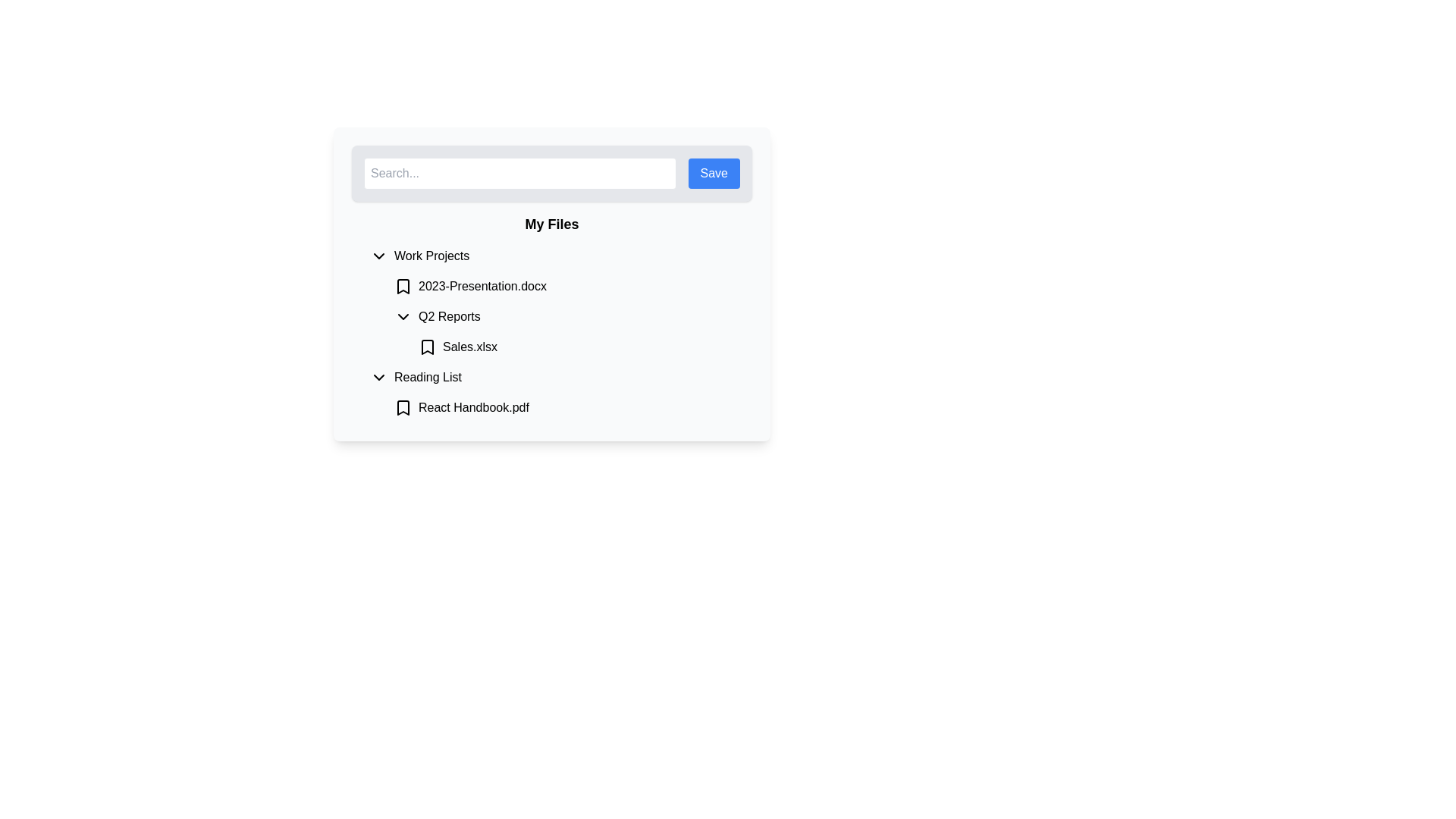 This screenshot has width=1456, height=819. I want to click on the first item in the 'Work Projects' section of the file list, so click(570, 287).